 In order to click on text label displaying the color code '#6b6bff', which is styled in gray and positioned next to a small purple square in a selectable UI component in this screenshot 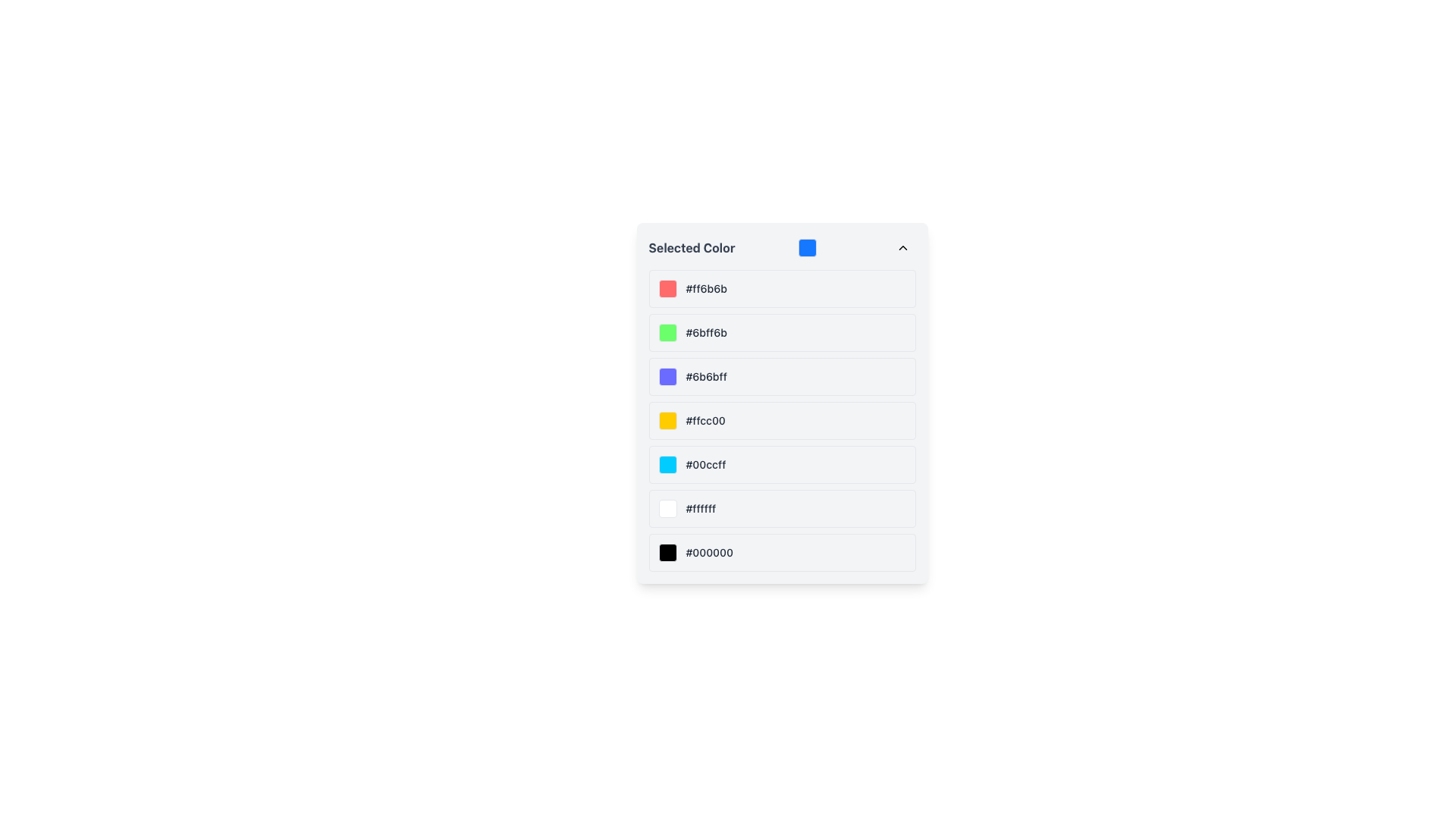, I will do `click(705, 376)`.